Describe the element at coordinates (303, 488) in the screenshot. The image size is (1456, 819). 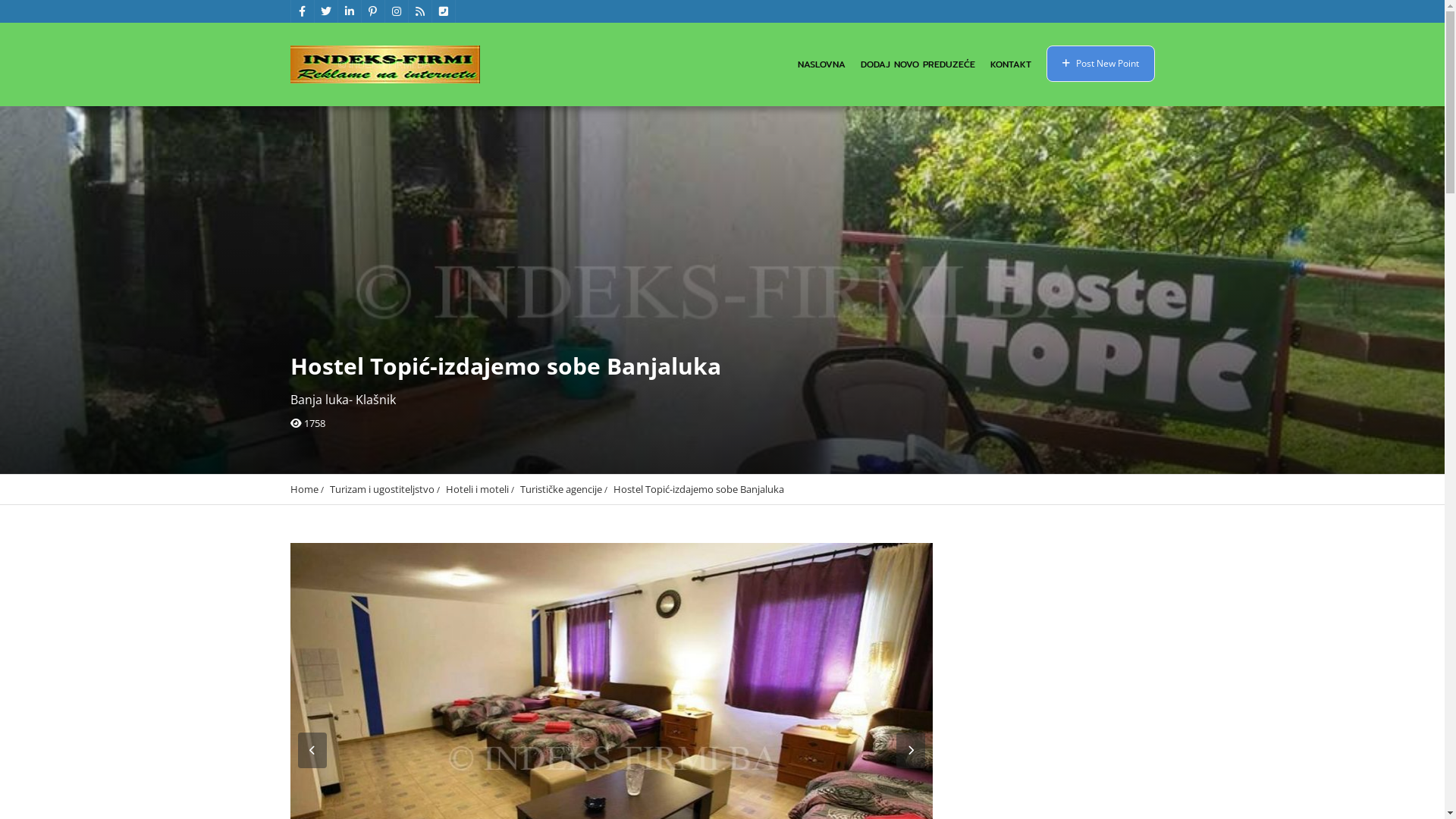
I see `'Home'` at that location.